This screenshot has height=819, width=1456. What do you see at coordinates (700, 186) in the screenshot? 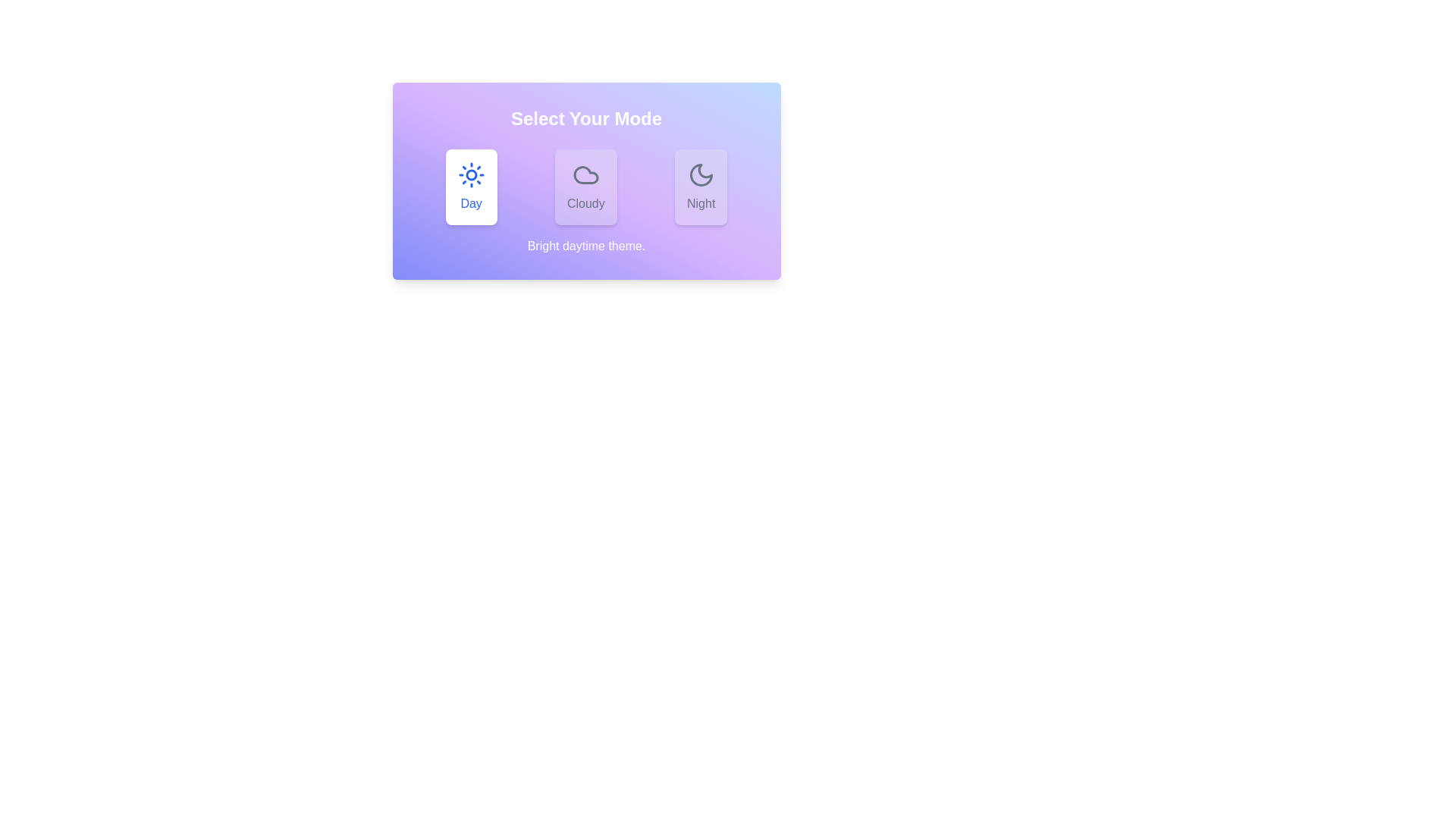
I see `the theme Night by clicking on its button` at bounding box center [700, 186].